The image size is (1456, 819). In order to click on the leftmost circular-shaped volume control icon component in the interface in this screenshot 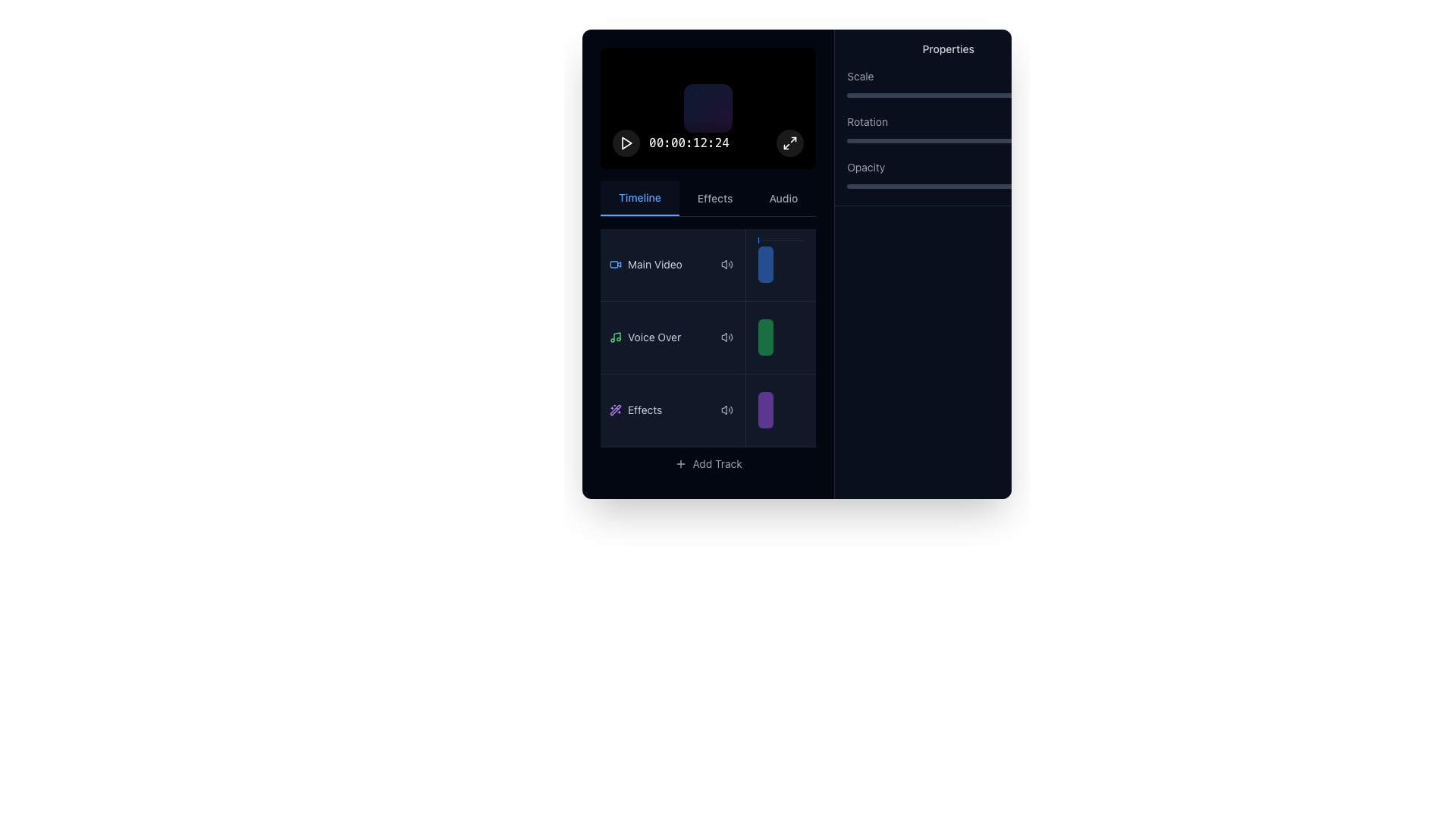, I will do `click(723, 410)`.